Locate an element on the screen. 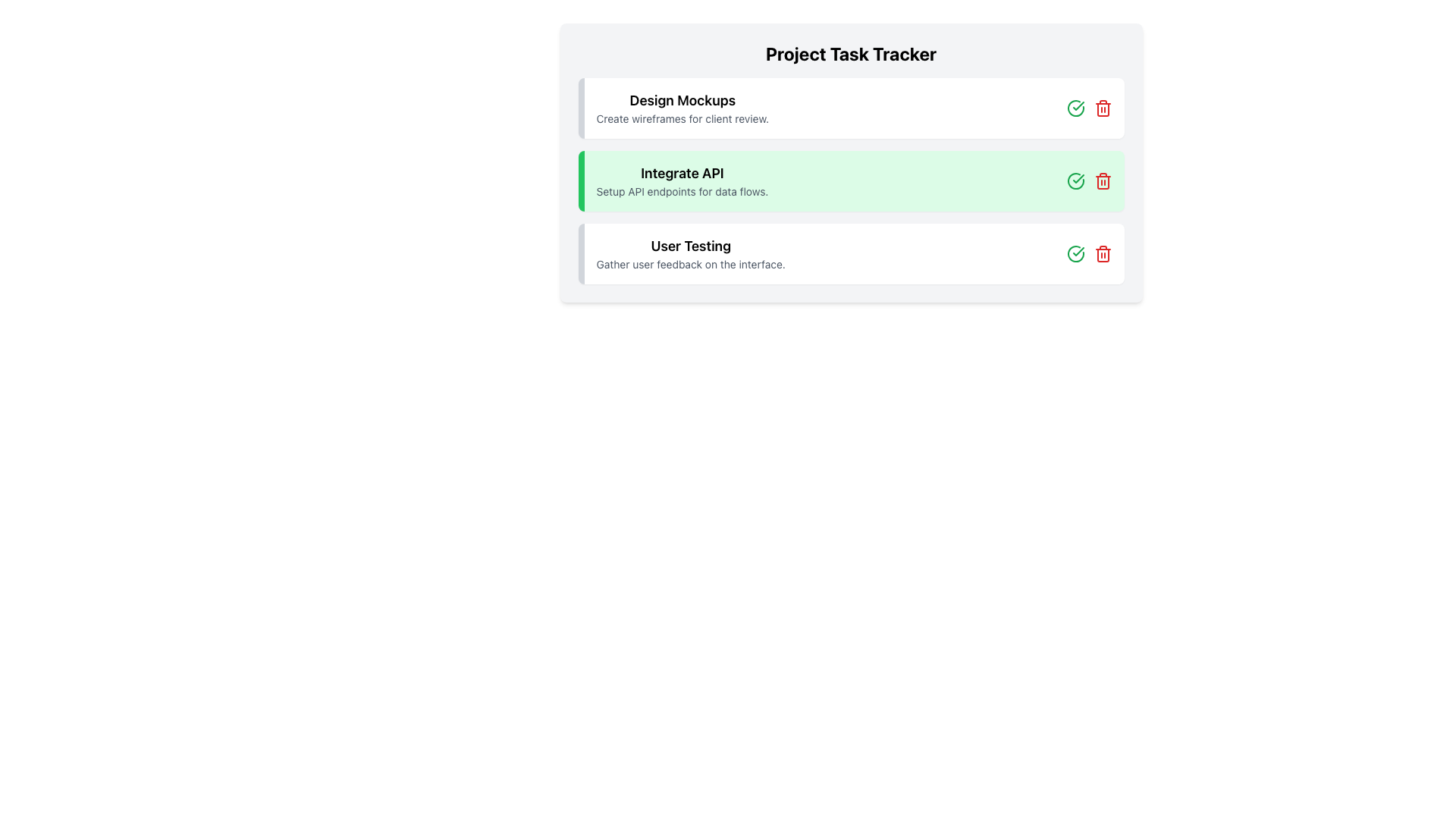 The width and height of the screenshot is (1456, 819). the Text Heading with Description titled 'Design Mockups' which includes the subtitle 'Create wireframes for client review.' located in the top card of the 'Project Task Tracker' is located at coordinates (682, 107).